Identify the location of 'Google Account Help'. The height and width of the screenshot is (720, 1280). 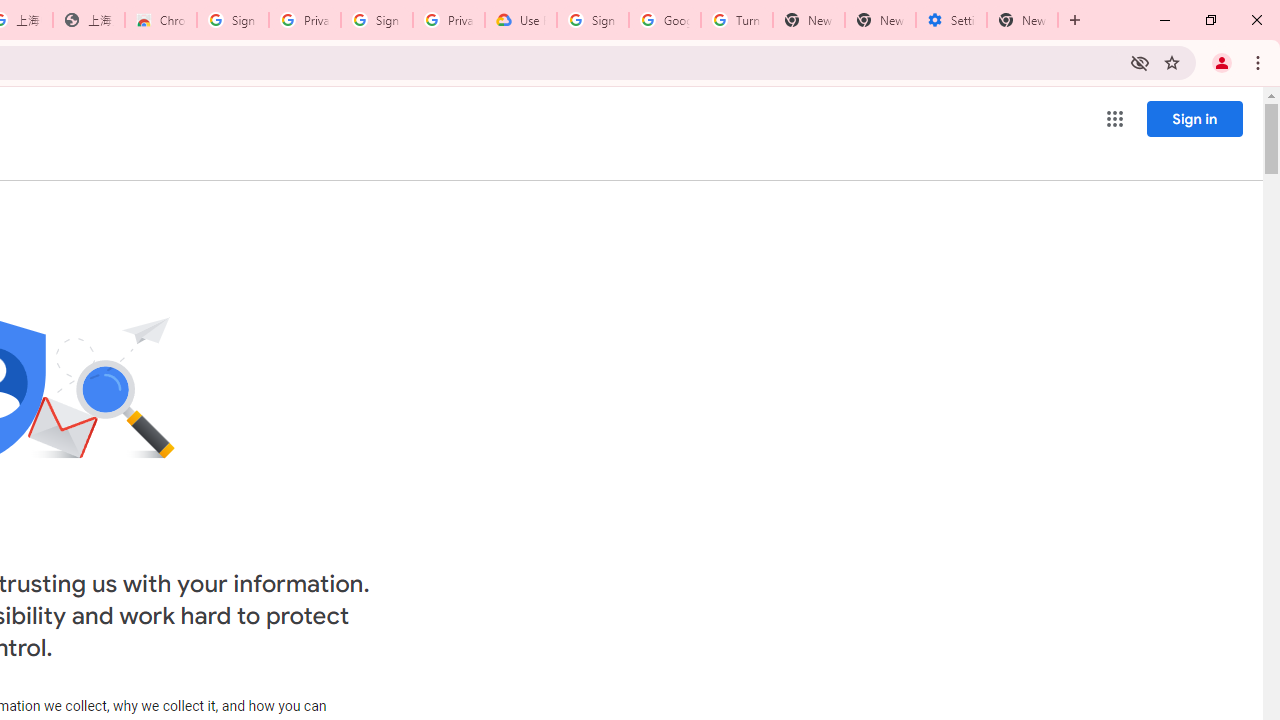
(664, 20).